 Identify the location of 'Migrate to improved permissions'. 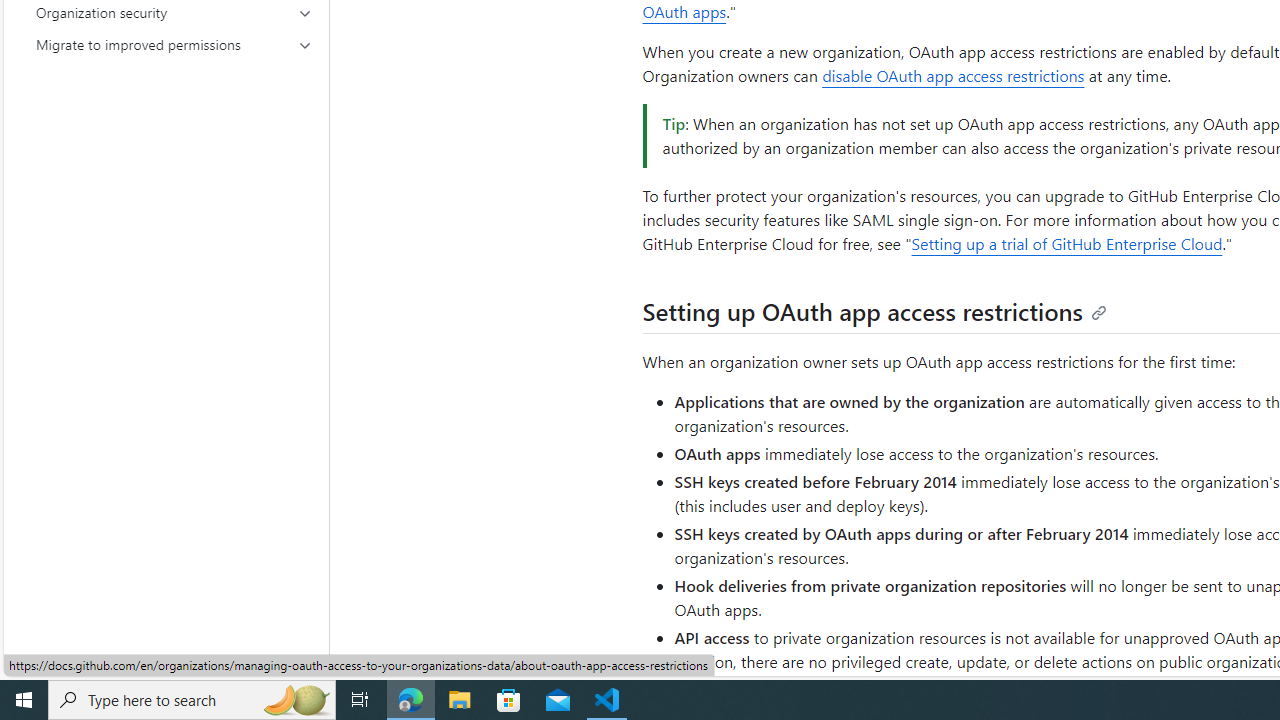
(174, 45).